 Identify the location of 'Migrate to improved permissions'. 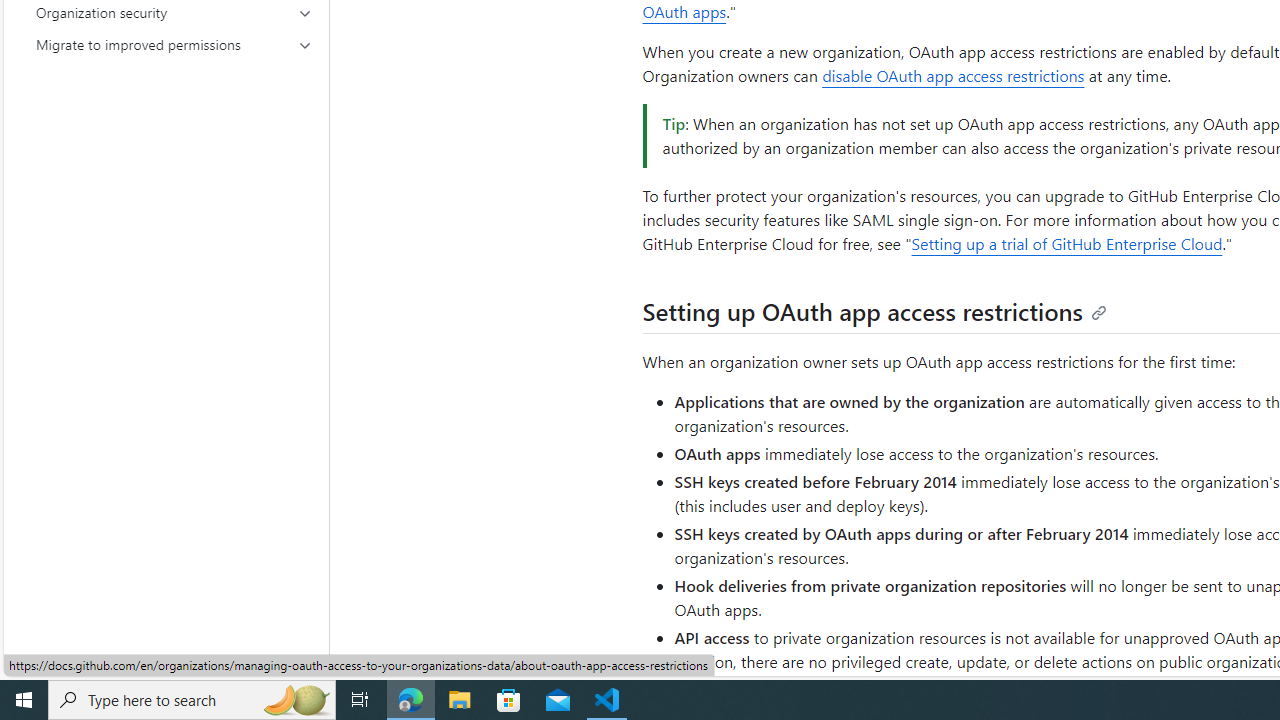
(174, 45).